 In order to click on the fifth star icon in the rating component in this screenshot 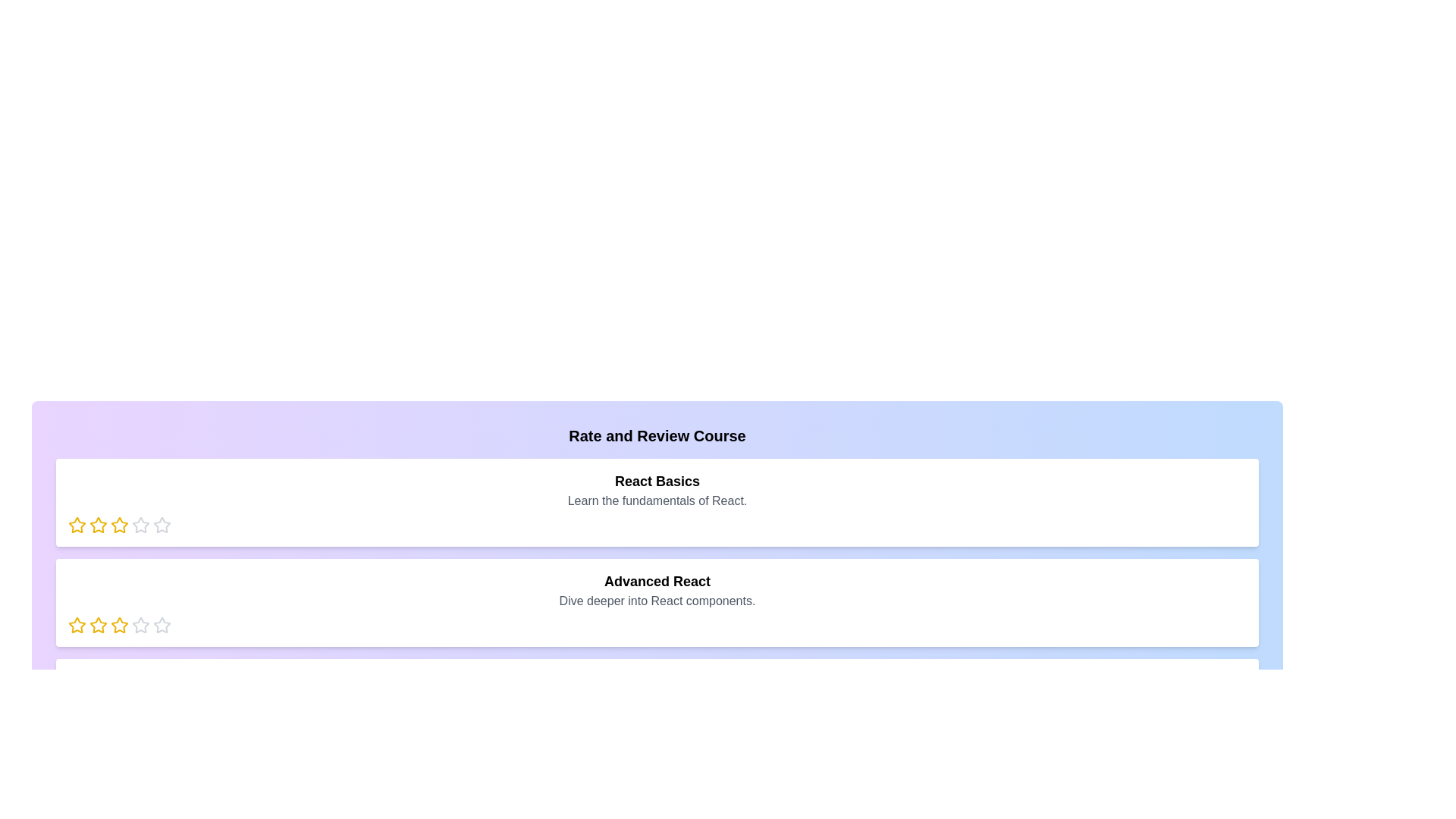, I will do `click(162, 525)`.